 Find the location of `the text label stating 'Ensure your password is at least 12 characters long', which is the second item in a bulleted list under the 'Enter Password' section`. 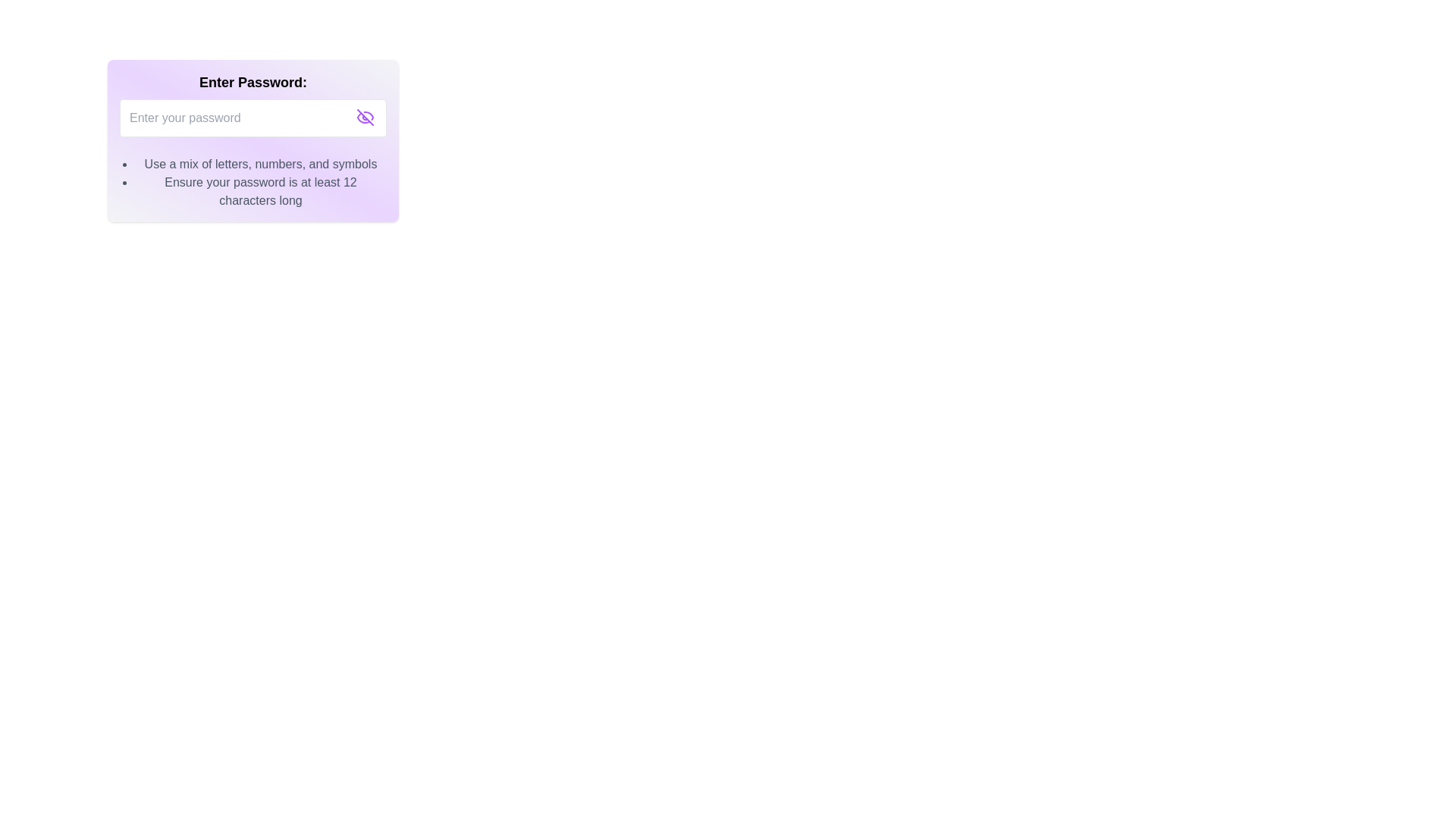

the text label stating 'Ensure your password is at least 12 characters long', which is the second item in a bulleted list under the 'Enter Password' section is located at coordinates (261, 191).